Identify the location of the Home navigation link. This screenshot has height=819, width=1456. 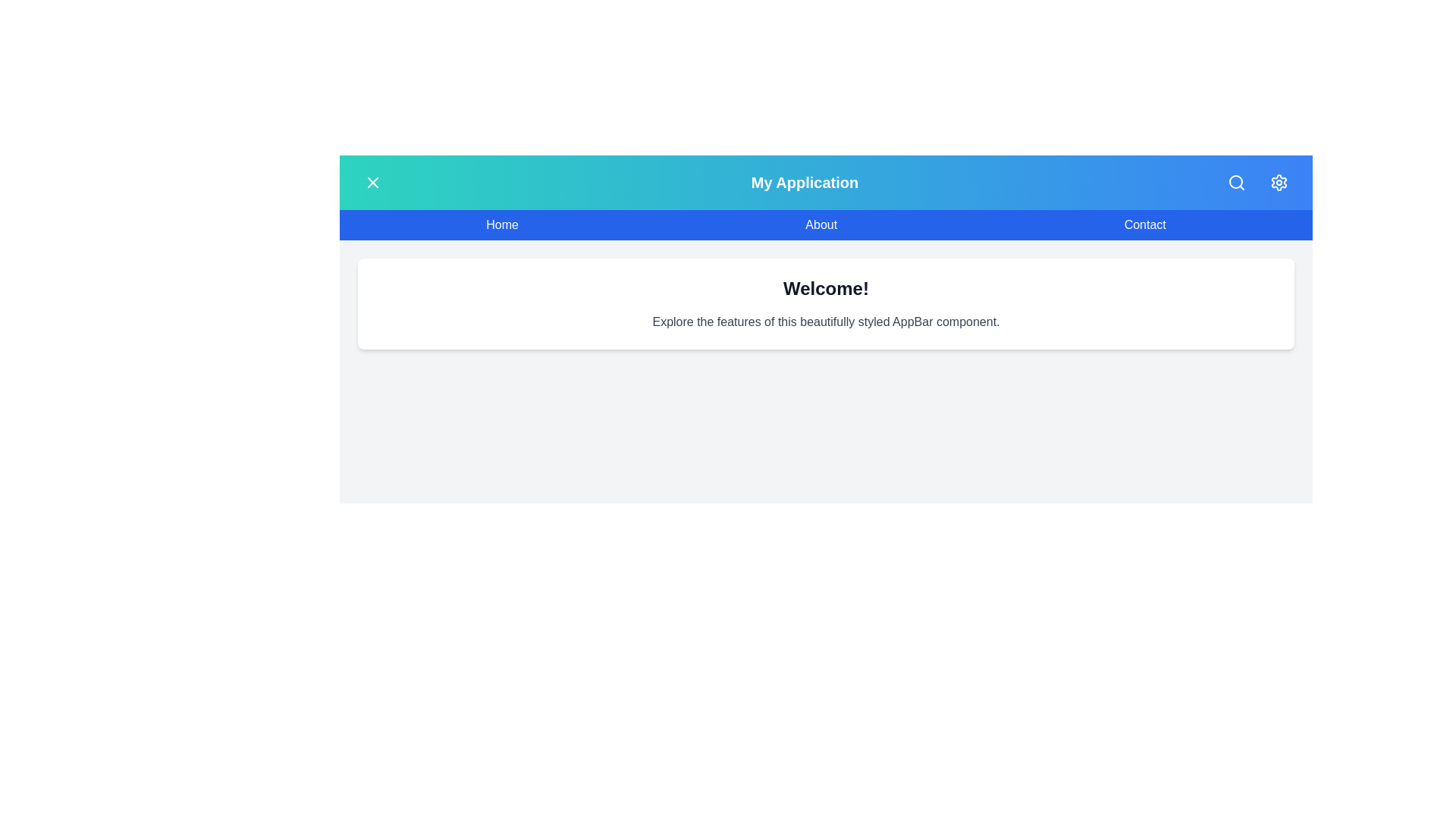
(502, 225).